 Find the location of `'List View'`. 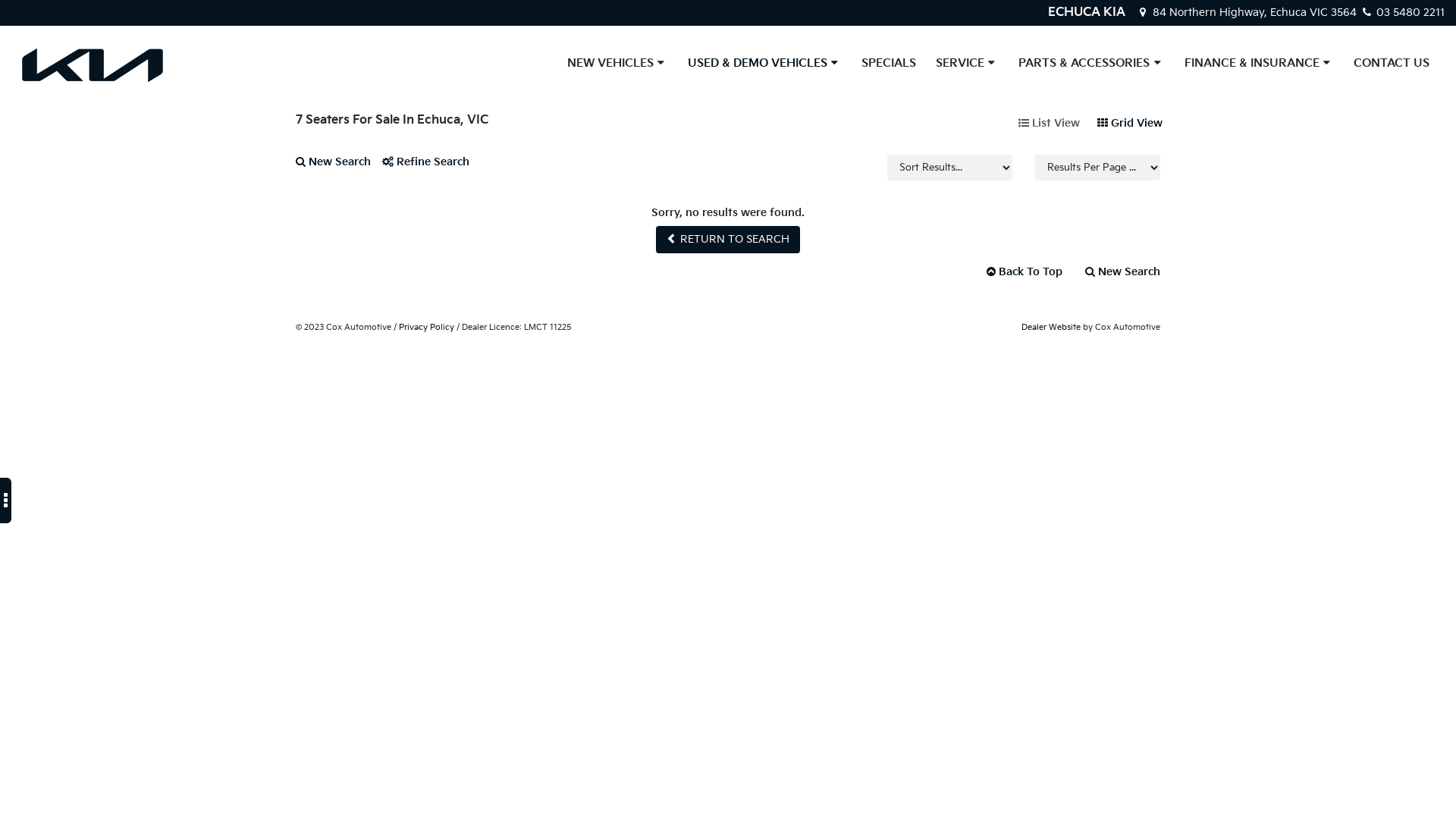

'List View' is located at coordinates (1048, 122).